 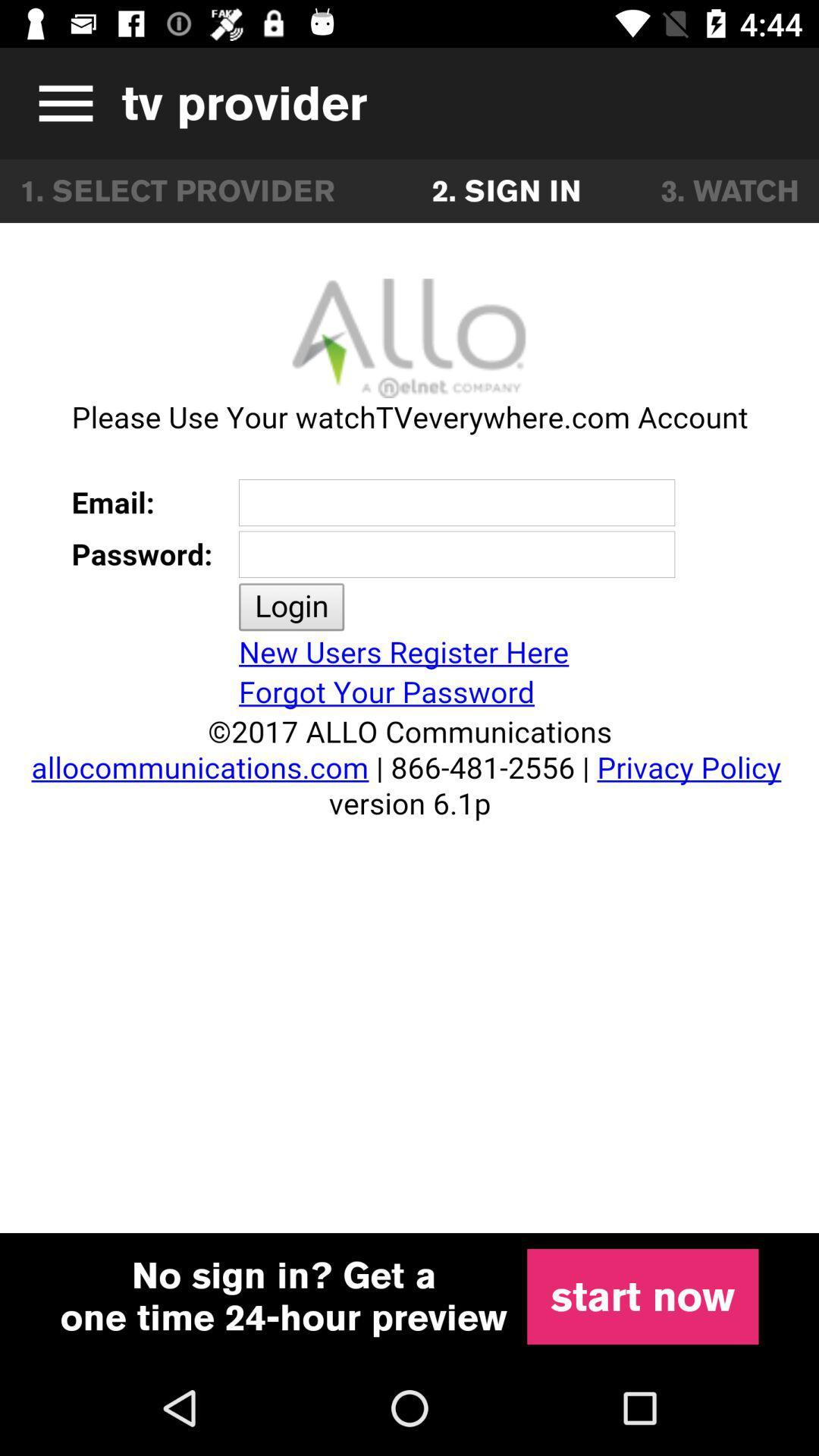 I want to click on open settings, so click(x=60, y=102).